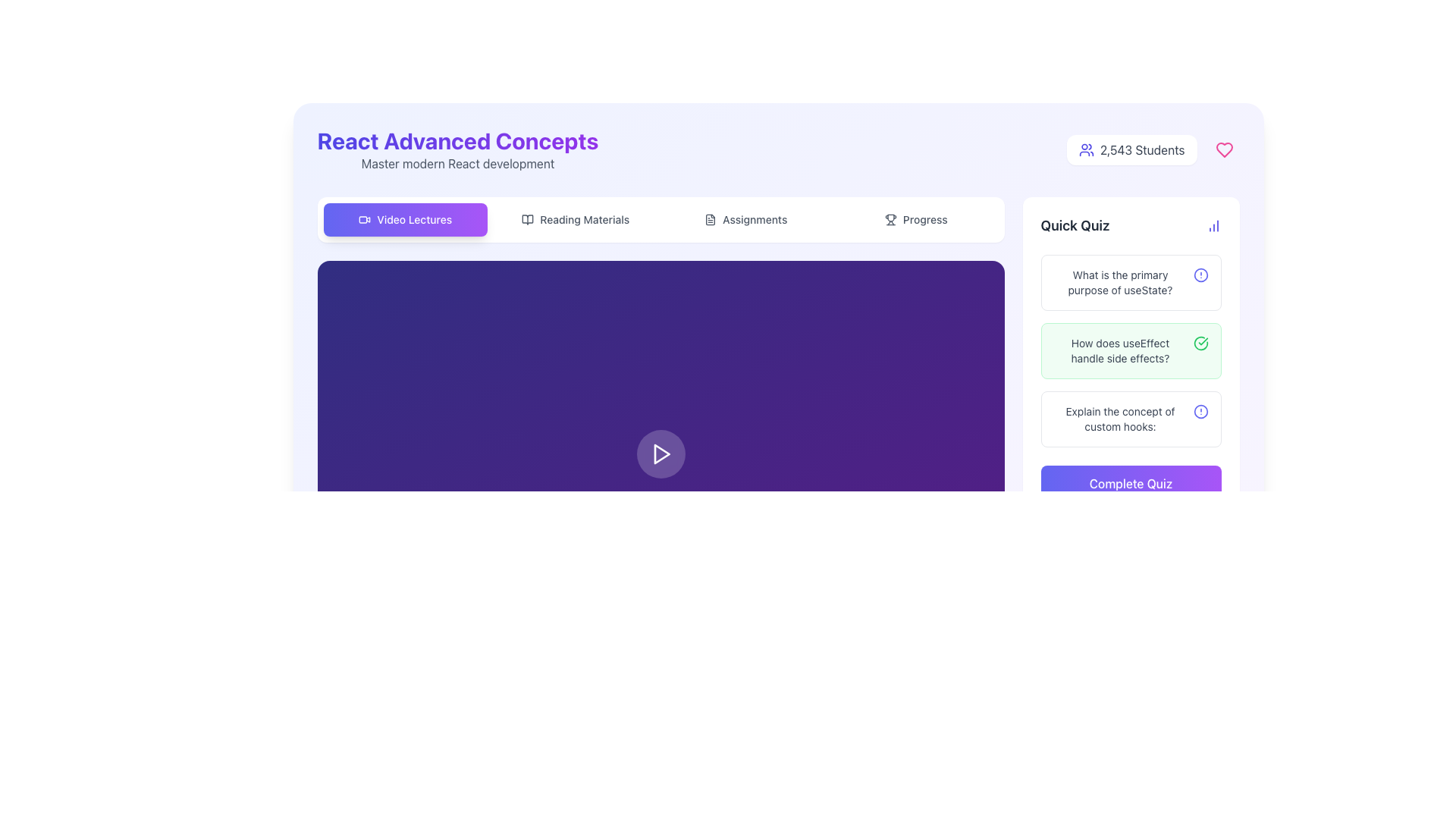  Describe the element at coordinates (915, 219) in the screenshot. I see `the 'Progress' button, which displays the text 'Progress' with a trophy icon, to trigger the background color change` at that location.